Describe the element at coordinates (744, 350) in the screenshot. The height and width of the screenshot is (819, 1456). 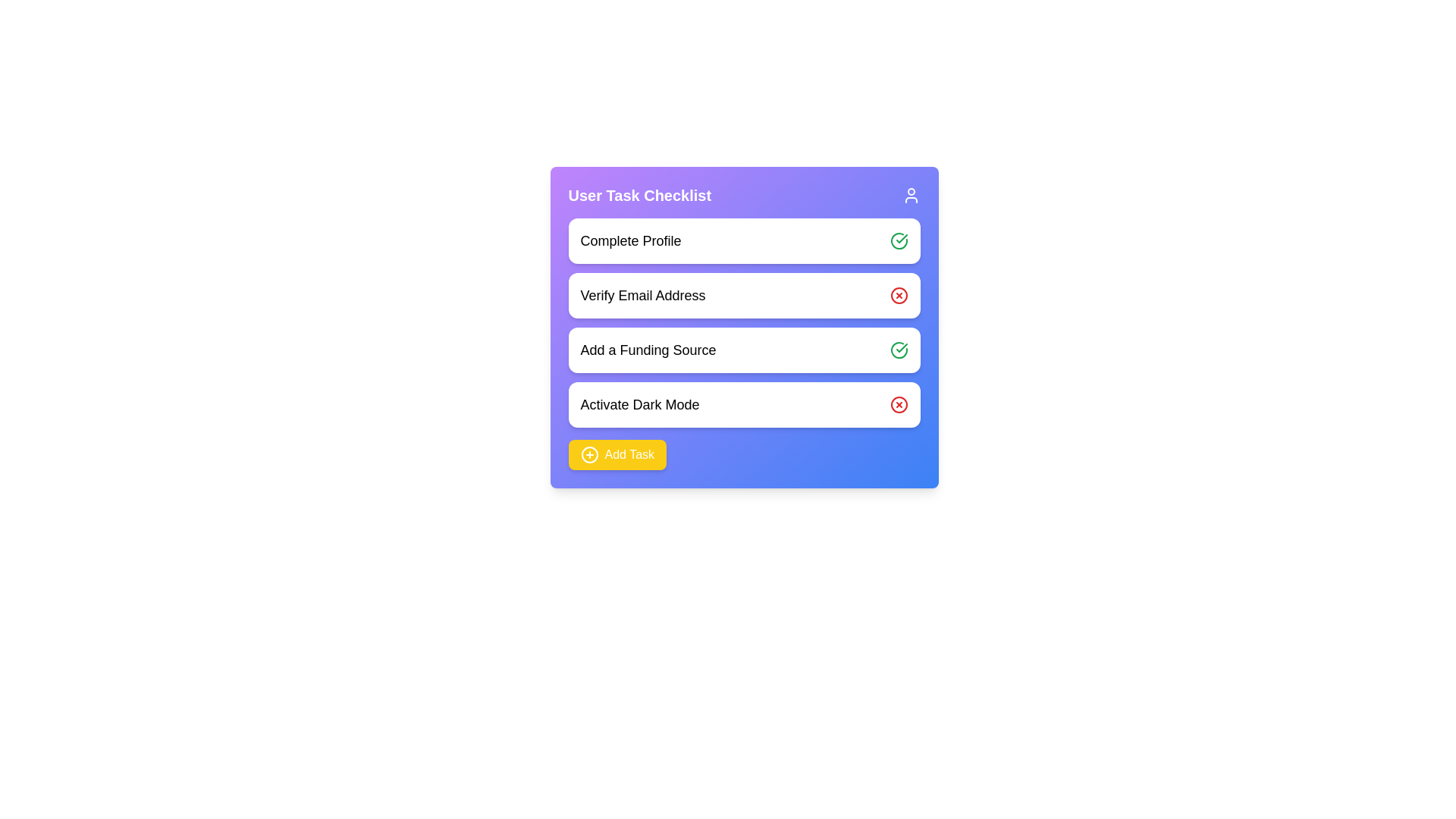
I see `the Card element representing the completed task 'Add a Funding Source'` at that location.